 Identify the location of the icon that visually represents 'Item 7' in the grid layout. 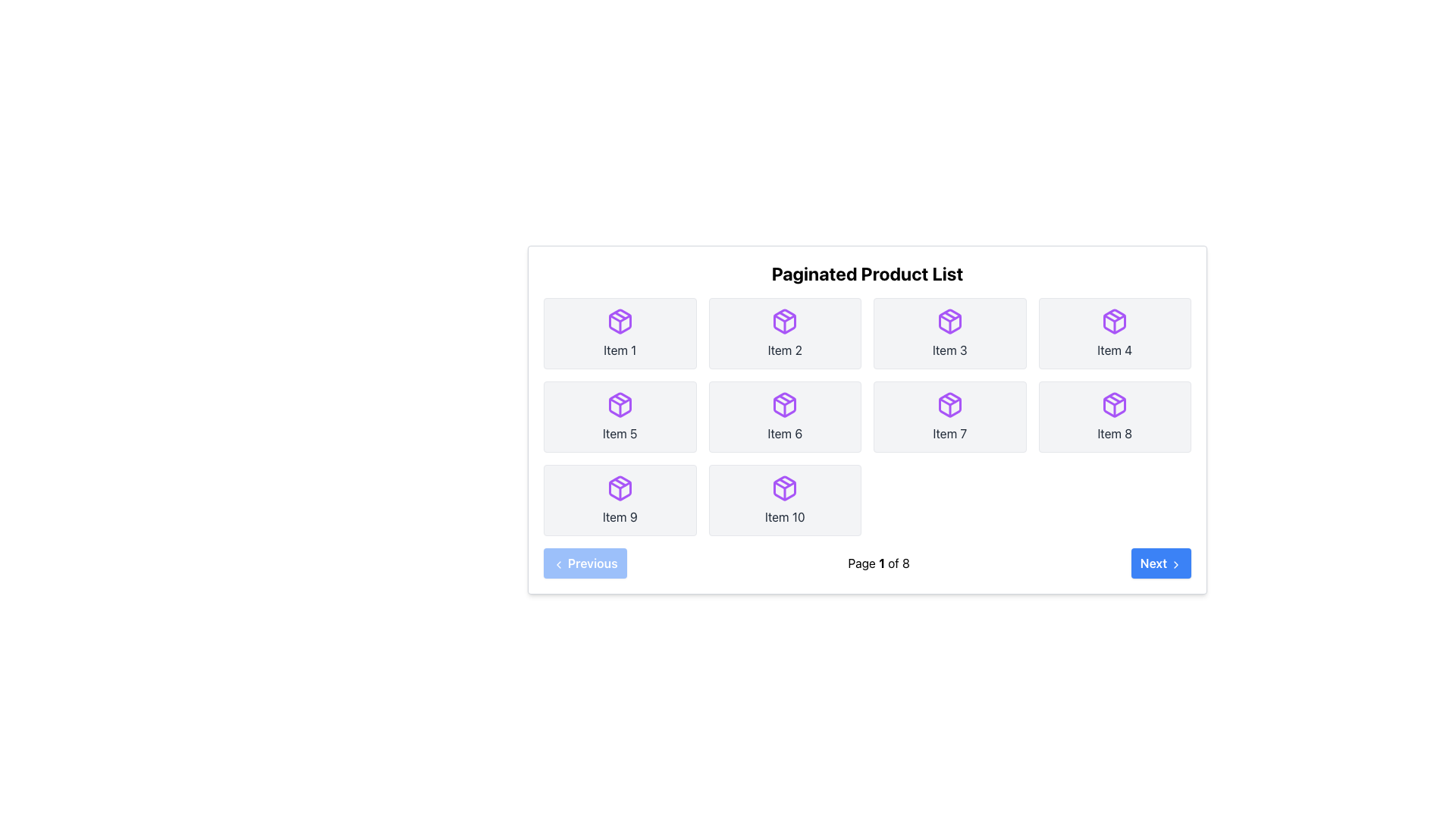
(949, 403).